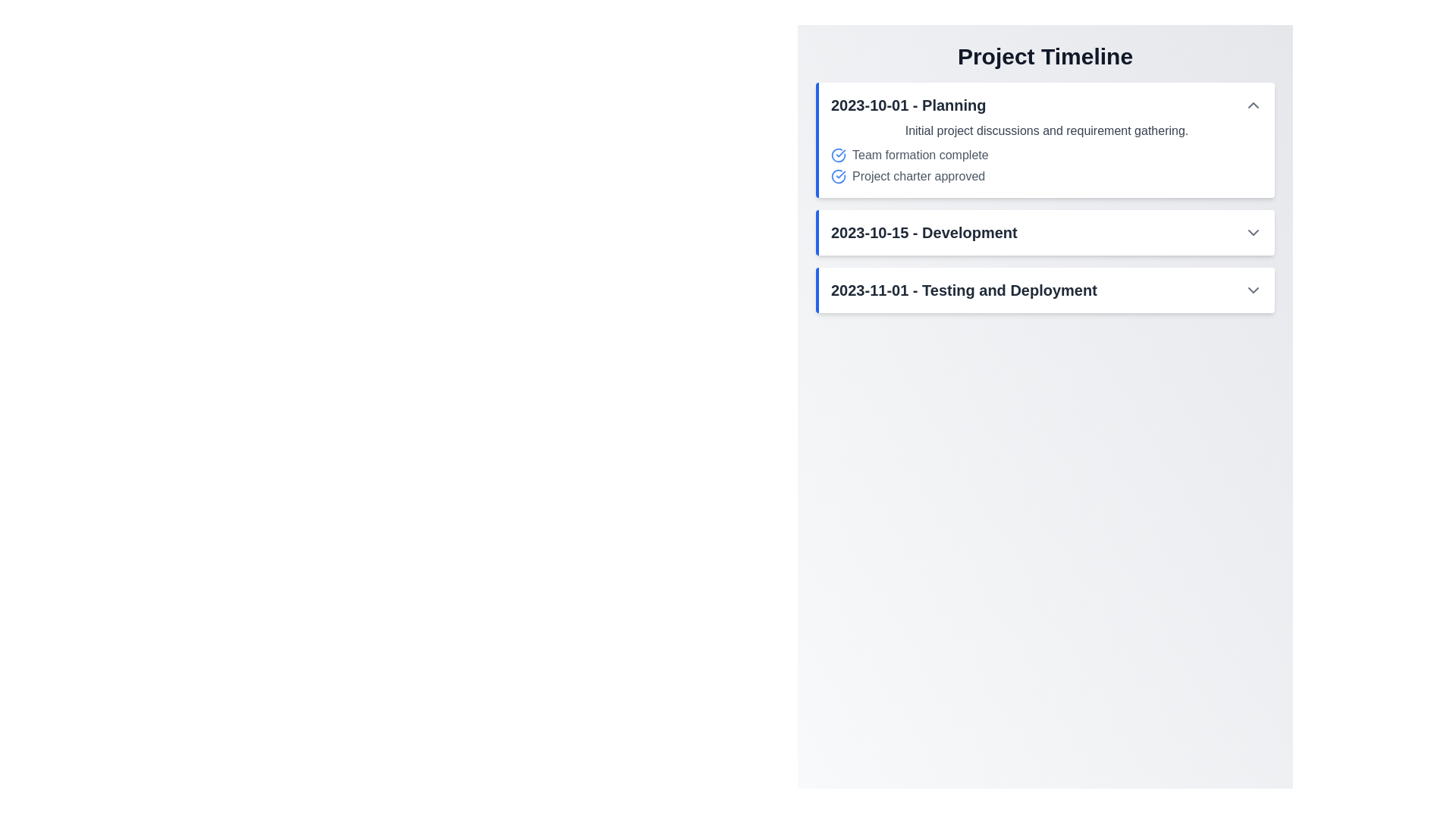 This screenshot has height=819, width=1456. What do you see at coordinates (1044, 290) in the screenshot?
I see `the Timeline event entry labeled '2023-11-01 - Testing and Deployment', which has a white background, rounded border, and a blue vertical border on the left, indicating it is expandable` at bounding box center [1044, 290].